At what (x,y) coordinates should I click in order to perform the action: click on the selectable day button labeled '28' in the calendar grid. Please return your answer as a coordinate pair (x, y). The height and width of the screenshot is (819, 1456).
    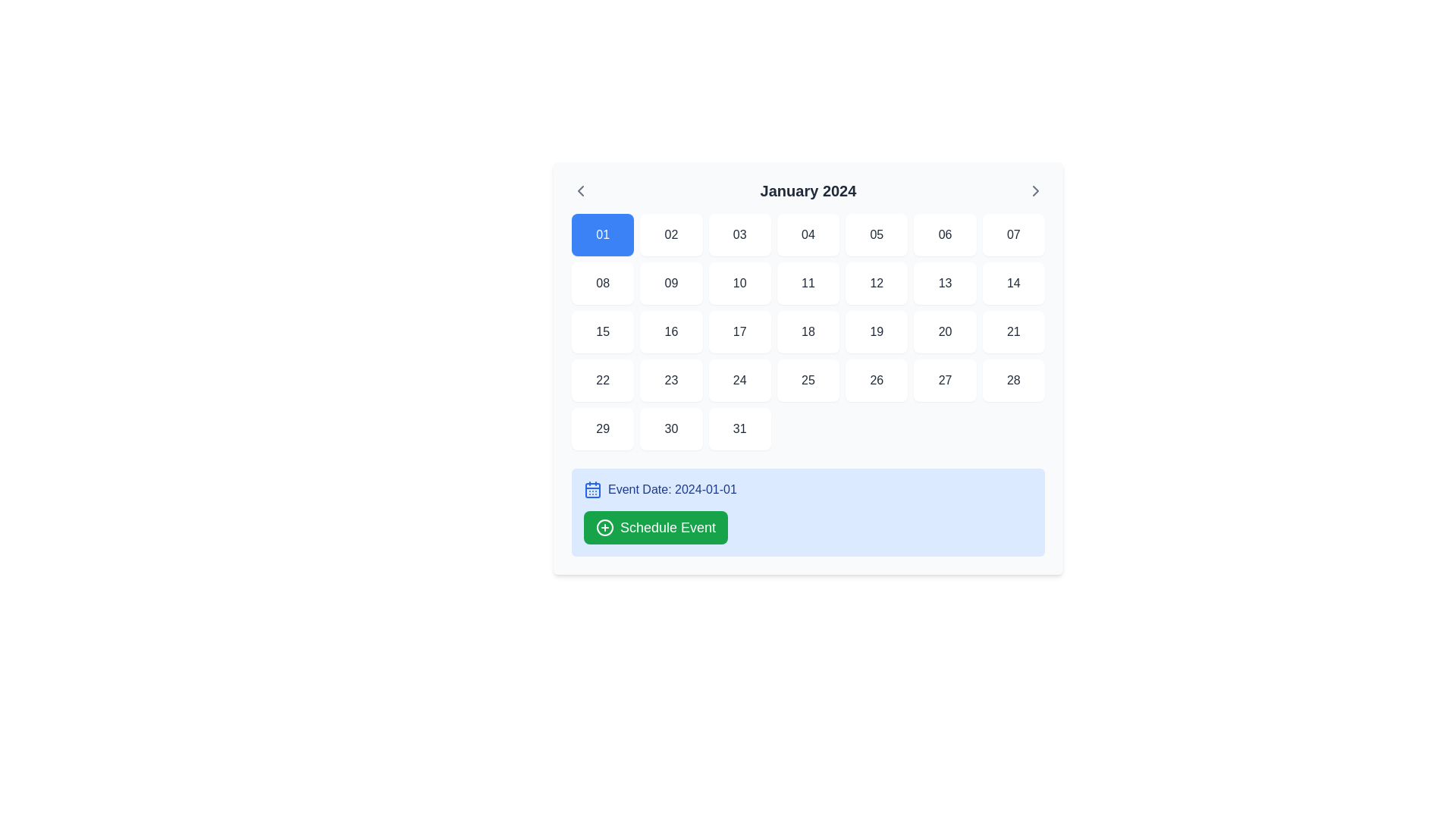
    Looking at the image, I should click on (1013, 379).